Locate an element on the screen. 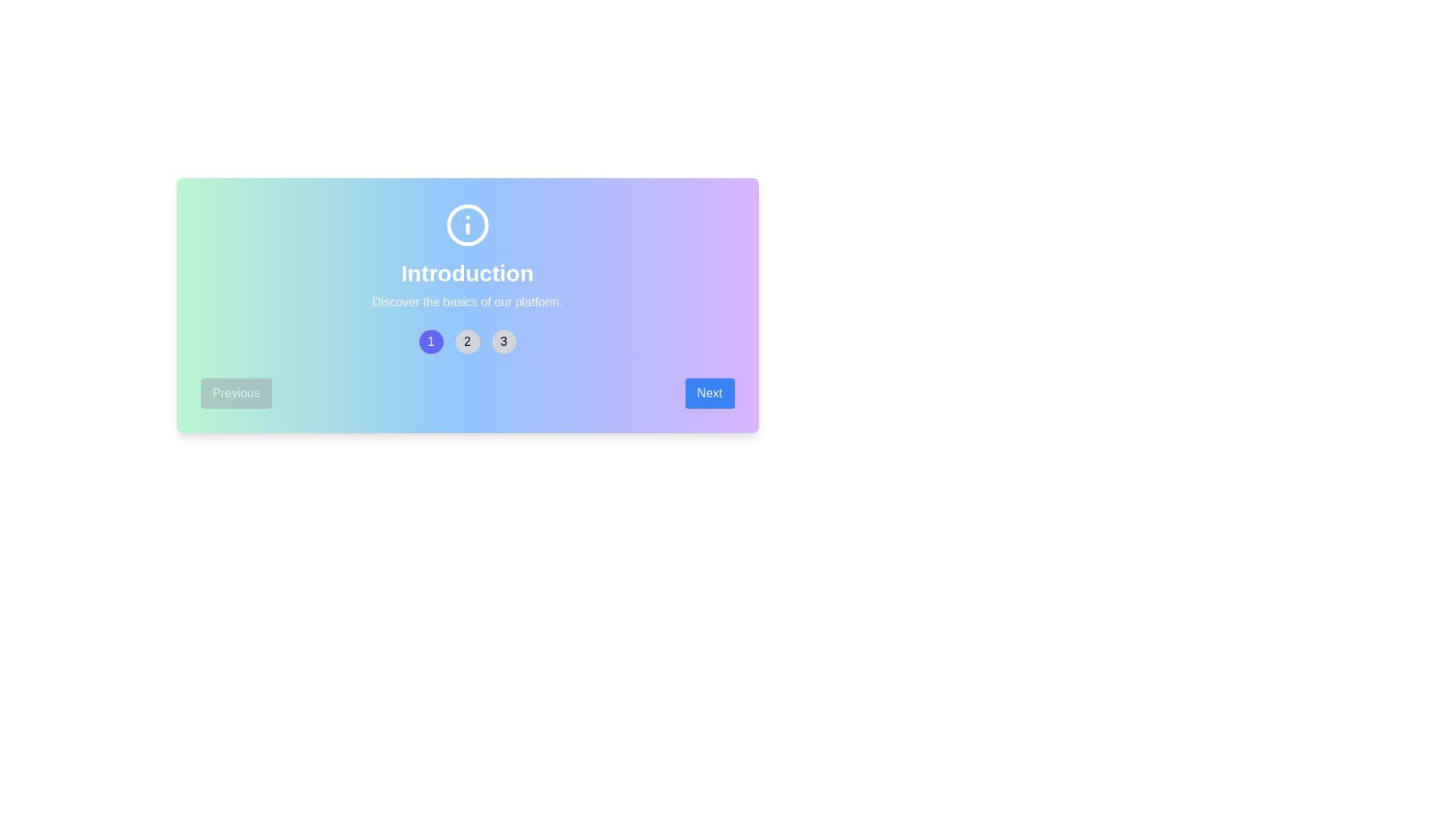 The image size is (1456, 819). the 'Next' button to navigate to the next step in the onboarding process is located at coordinates (709, 393).